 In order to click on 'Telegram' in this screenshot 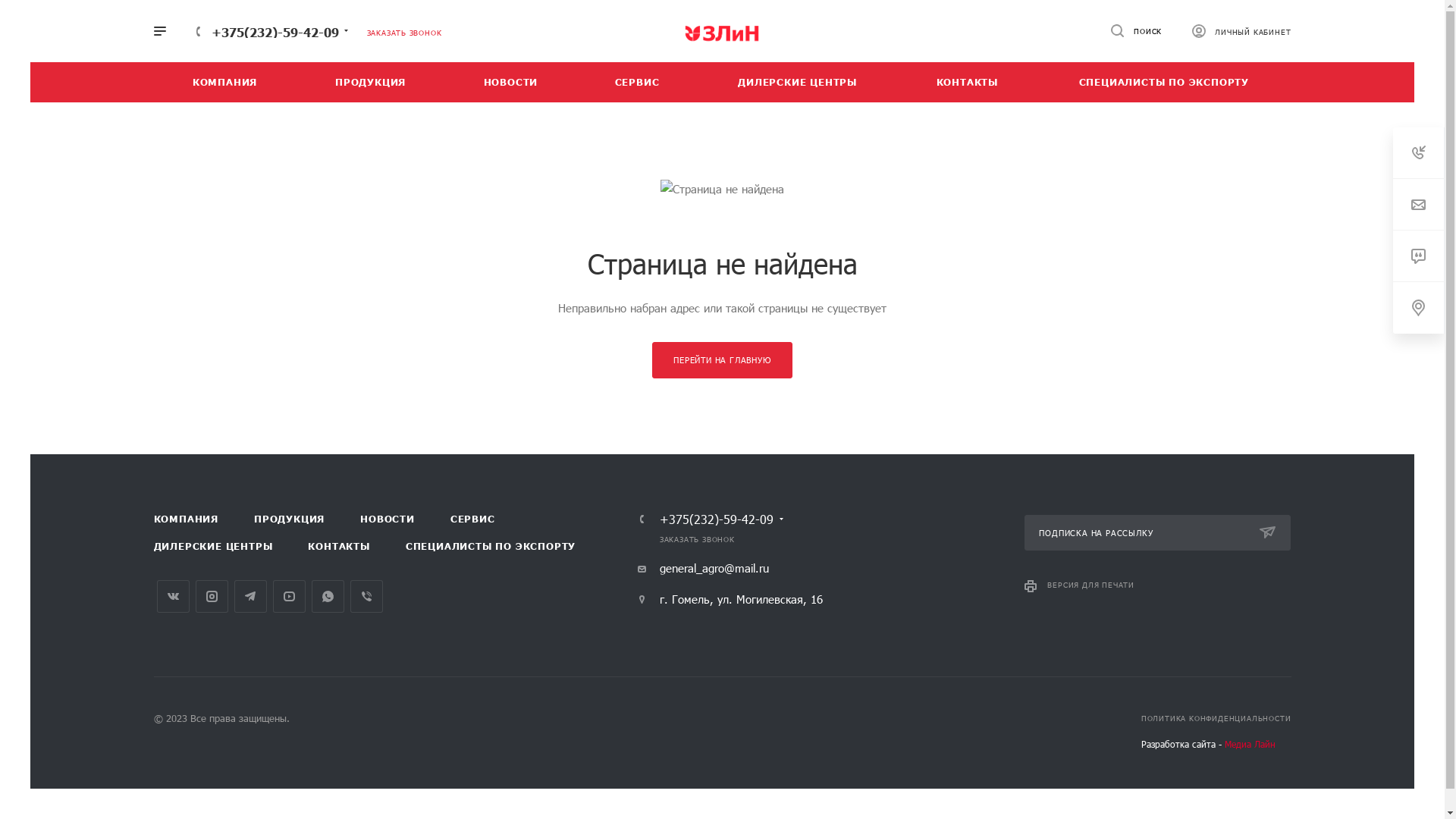, I will do `click(232, 595)`.